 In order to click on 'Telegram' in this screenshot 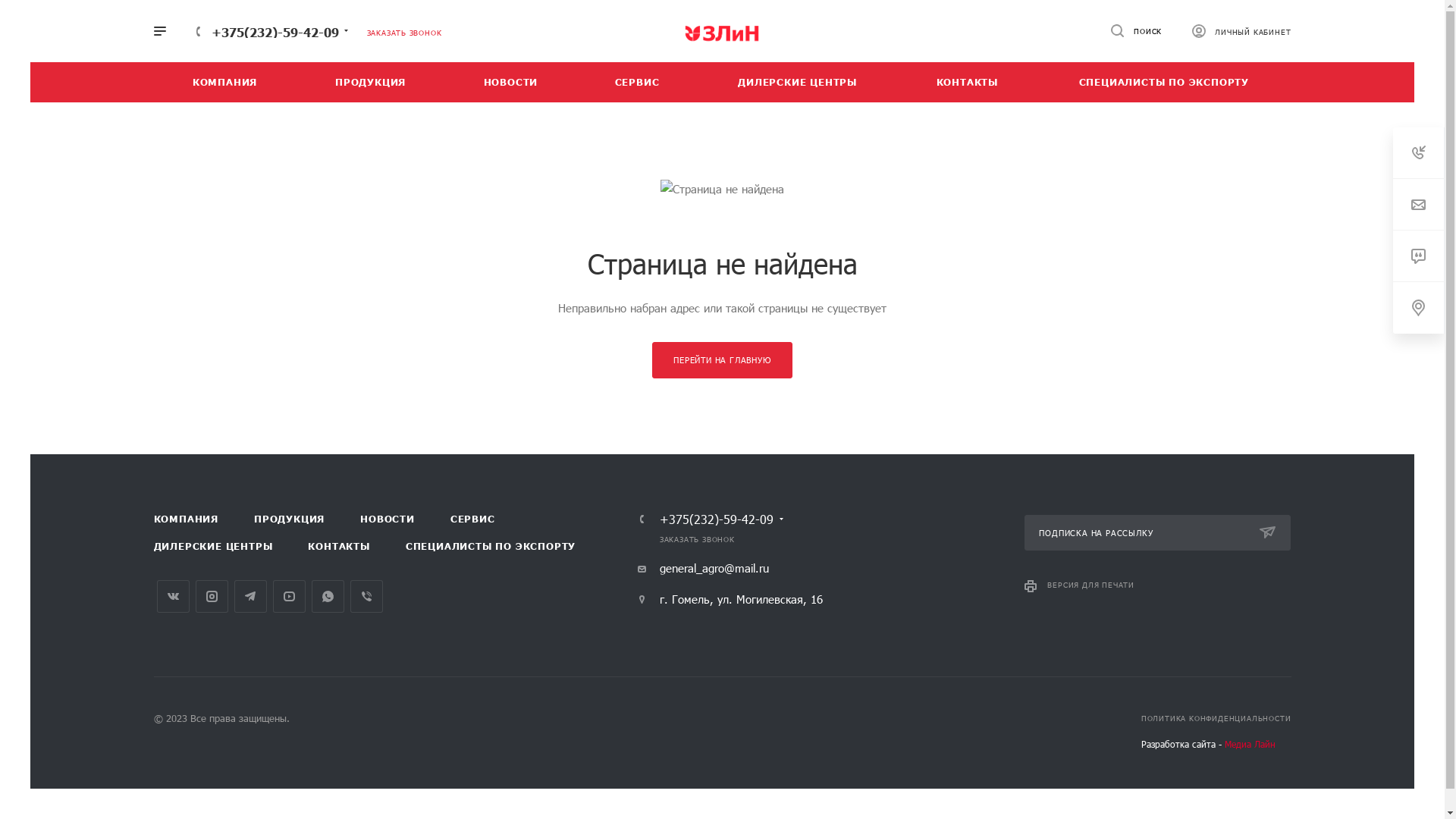, I will do `click(232, 595)`.